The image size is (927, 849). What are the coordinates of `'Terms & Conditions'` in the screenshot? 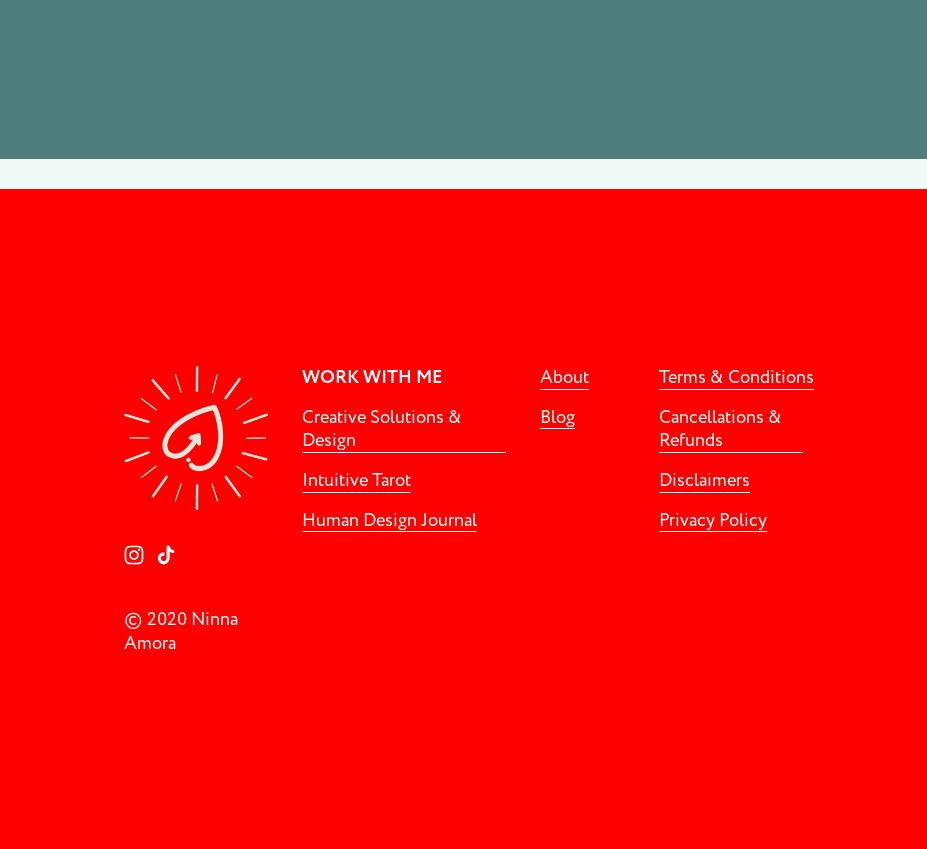 It's located at (734, 377).